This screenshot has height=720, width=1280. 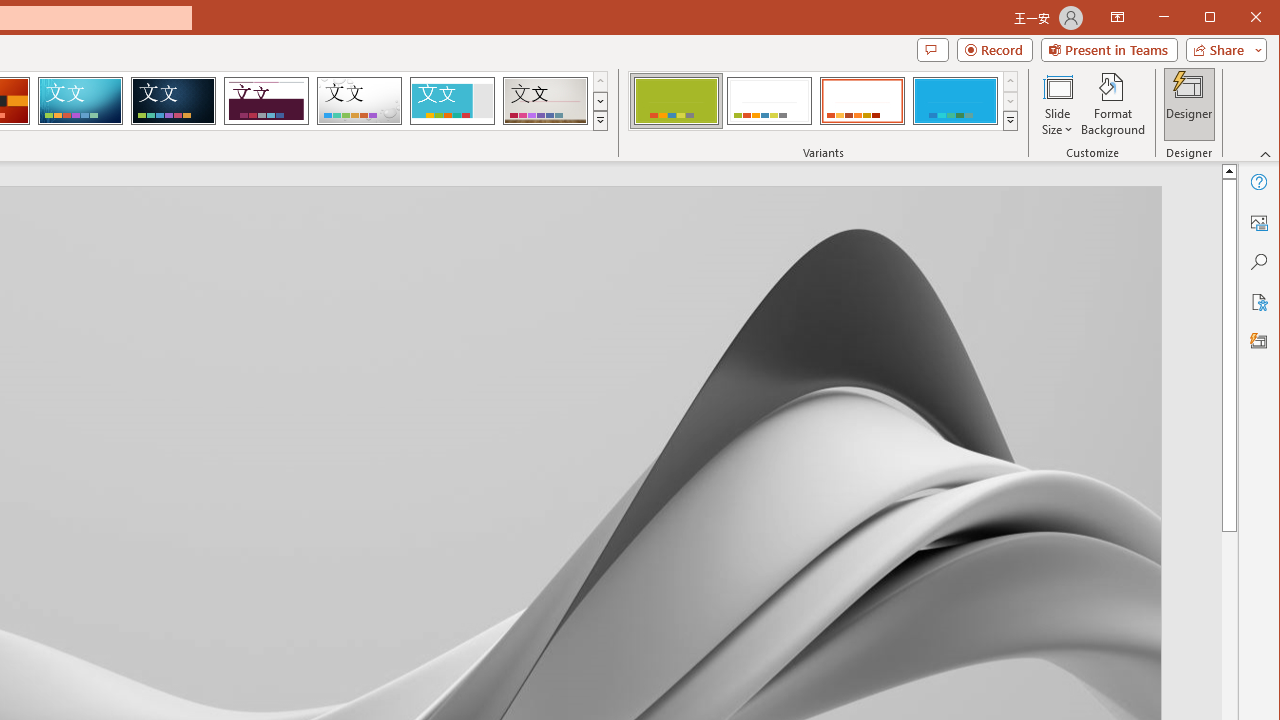 I want to click on 'Basis Variant 2', so click(x=768, y=100).